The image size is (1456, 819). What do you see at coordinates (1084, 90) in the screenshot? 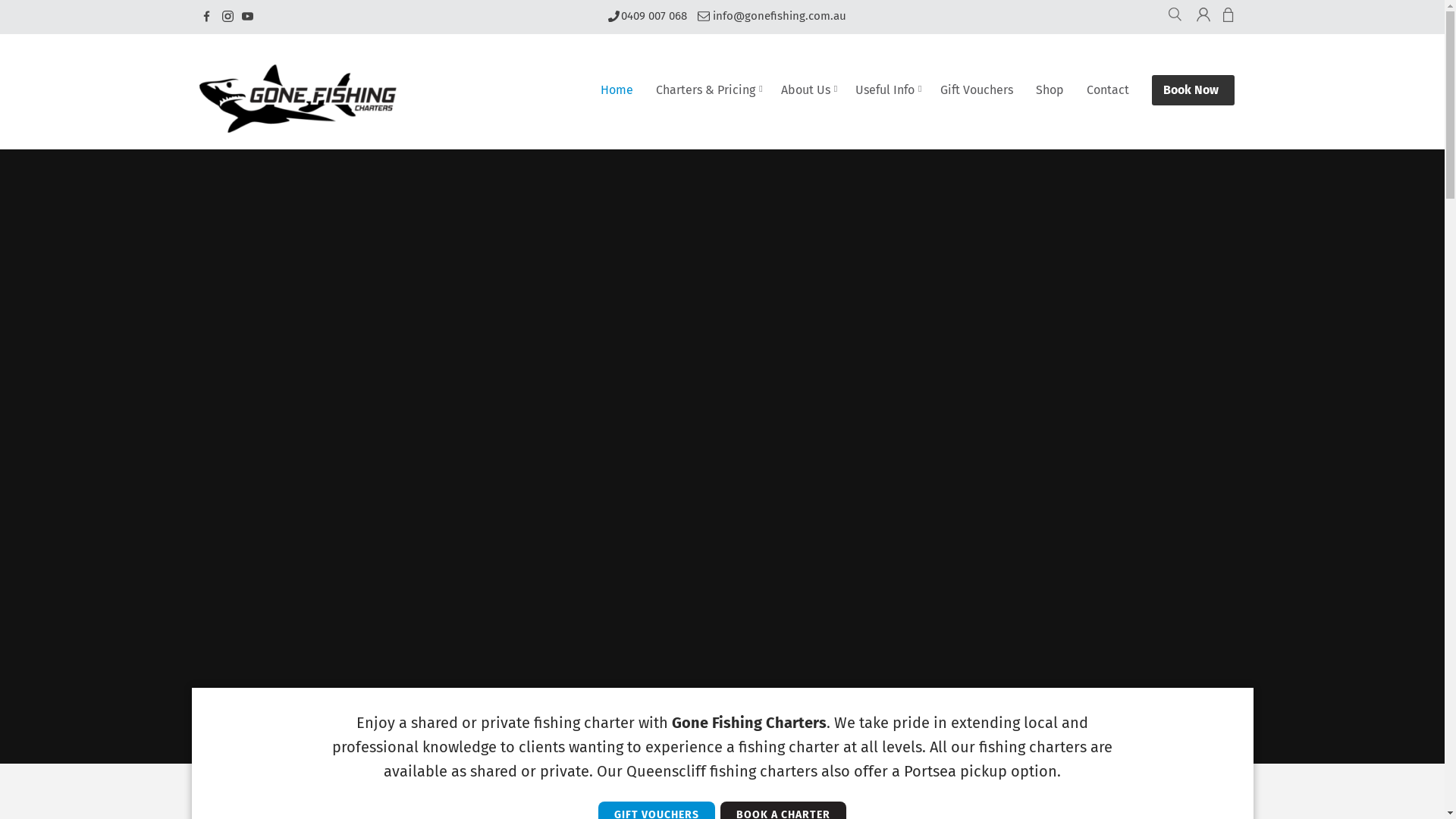
I see `'Contact'` at bounding box center [1084, 90].